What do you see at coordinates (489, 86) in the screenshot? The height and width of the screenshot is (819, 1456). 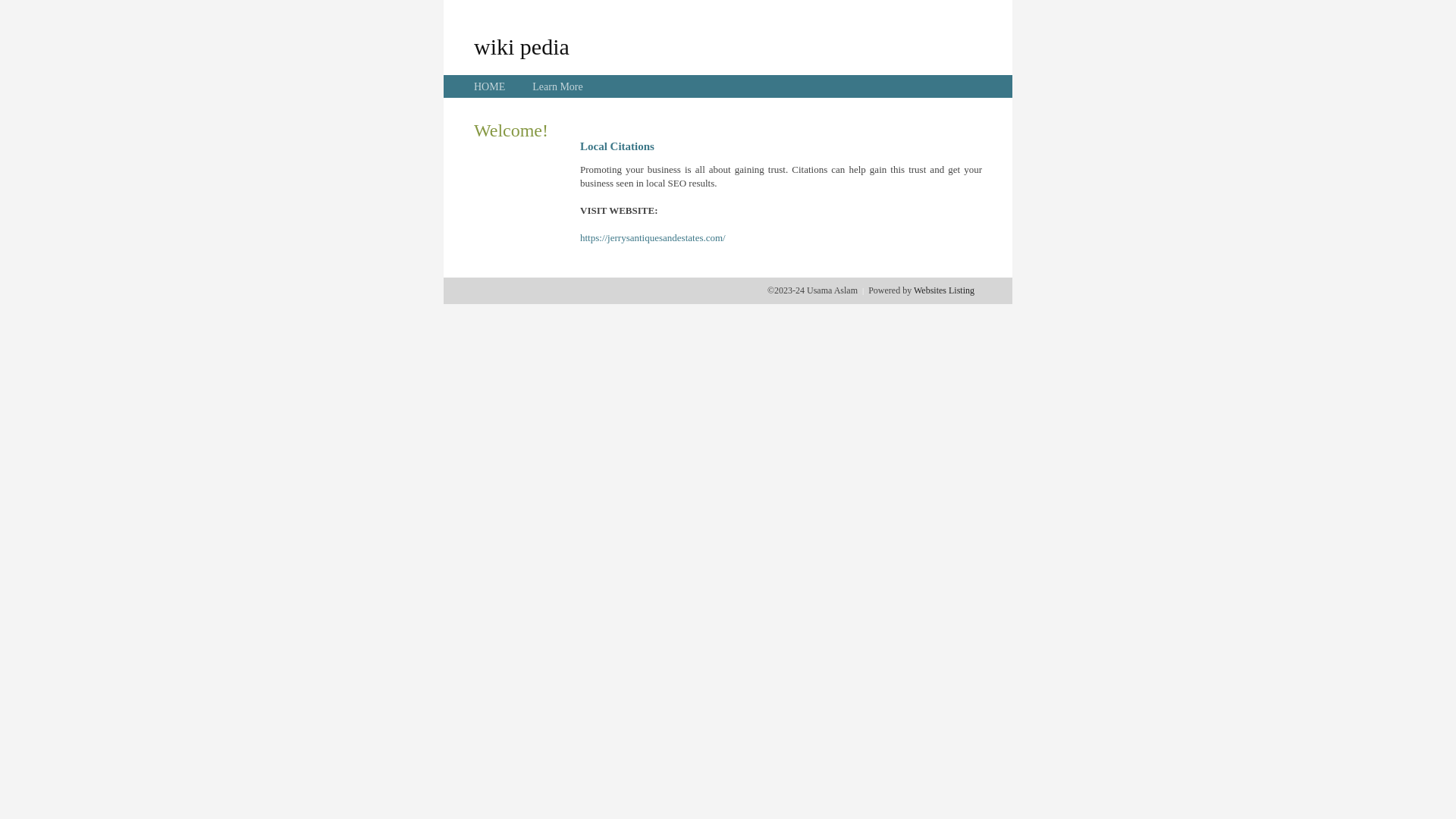 I see `'HOME'` at bounding box center [489, 86].